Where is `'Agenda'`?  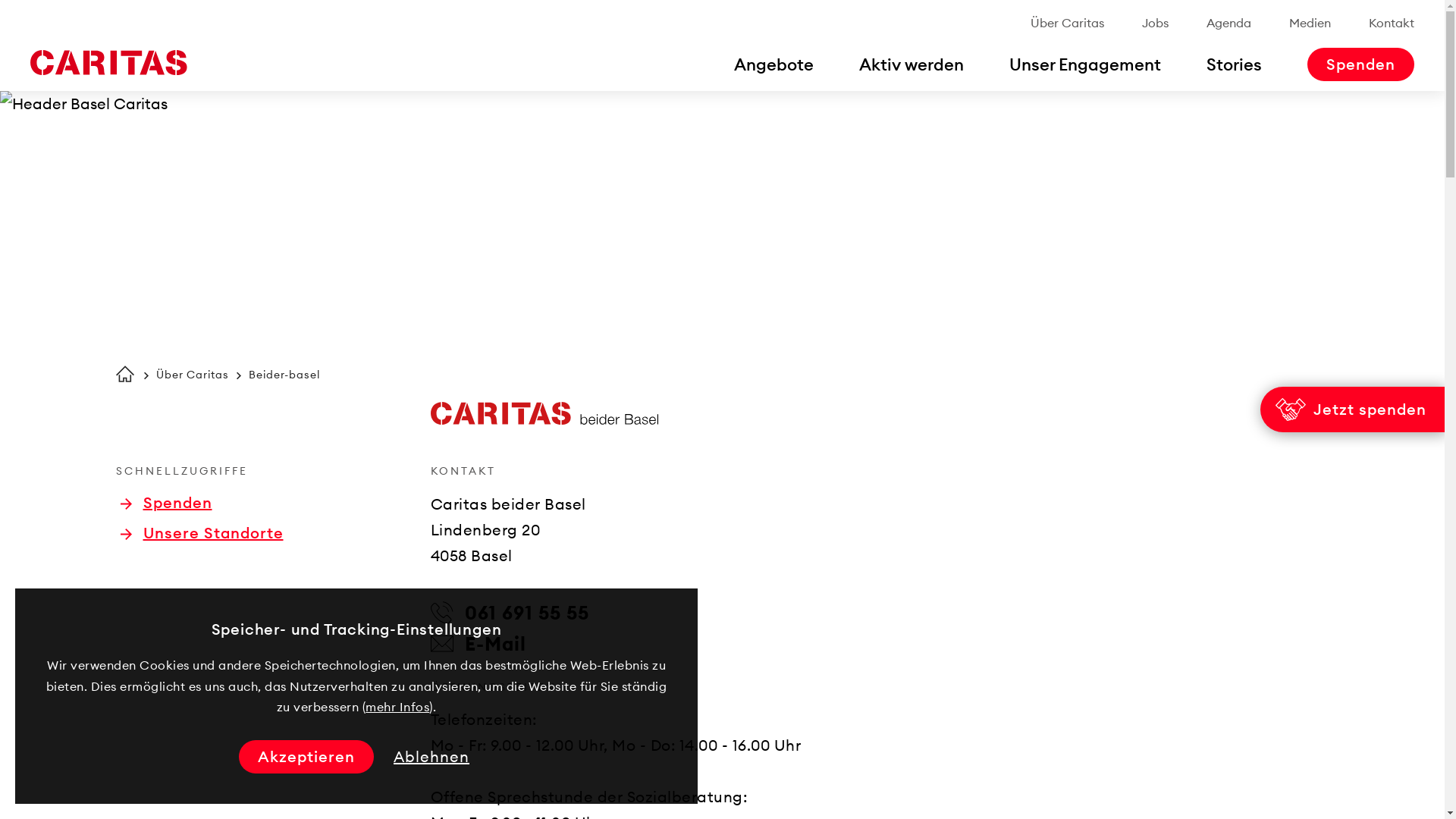
'Agenda' is located at coordinates (1228, 23).